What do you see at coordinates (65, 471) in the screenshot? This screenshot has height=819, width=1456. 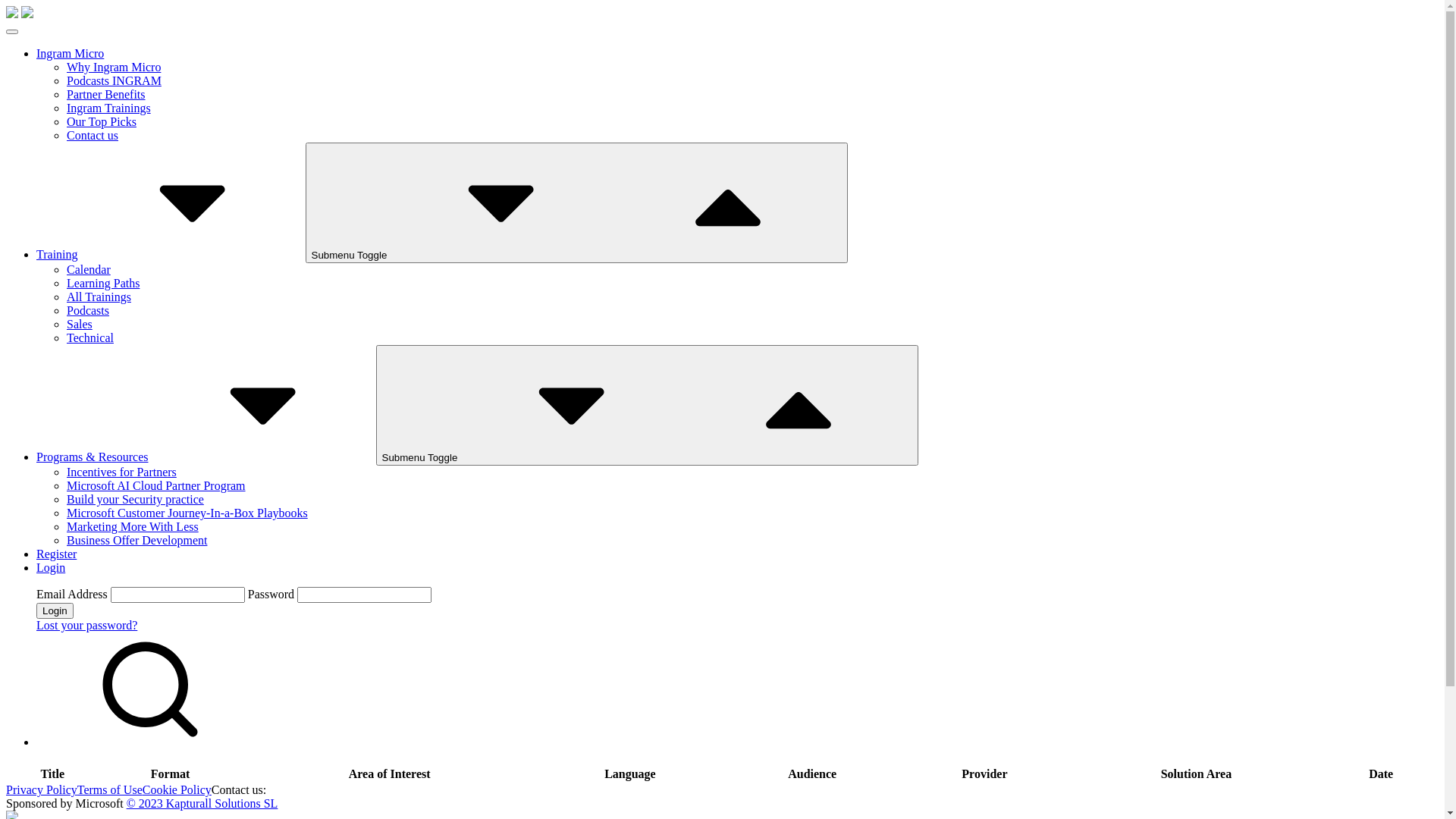 I see `'Incentives for Partners'` at bounding box center [65, 471].